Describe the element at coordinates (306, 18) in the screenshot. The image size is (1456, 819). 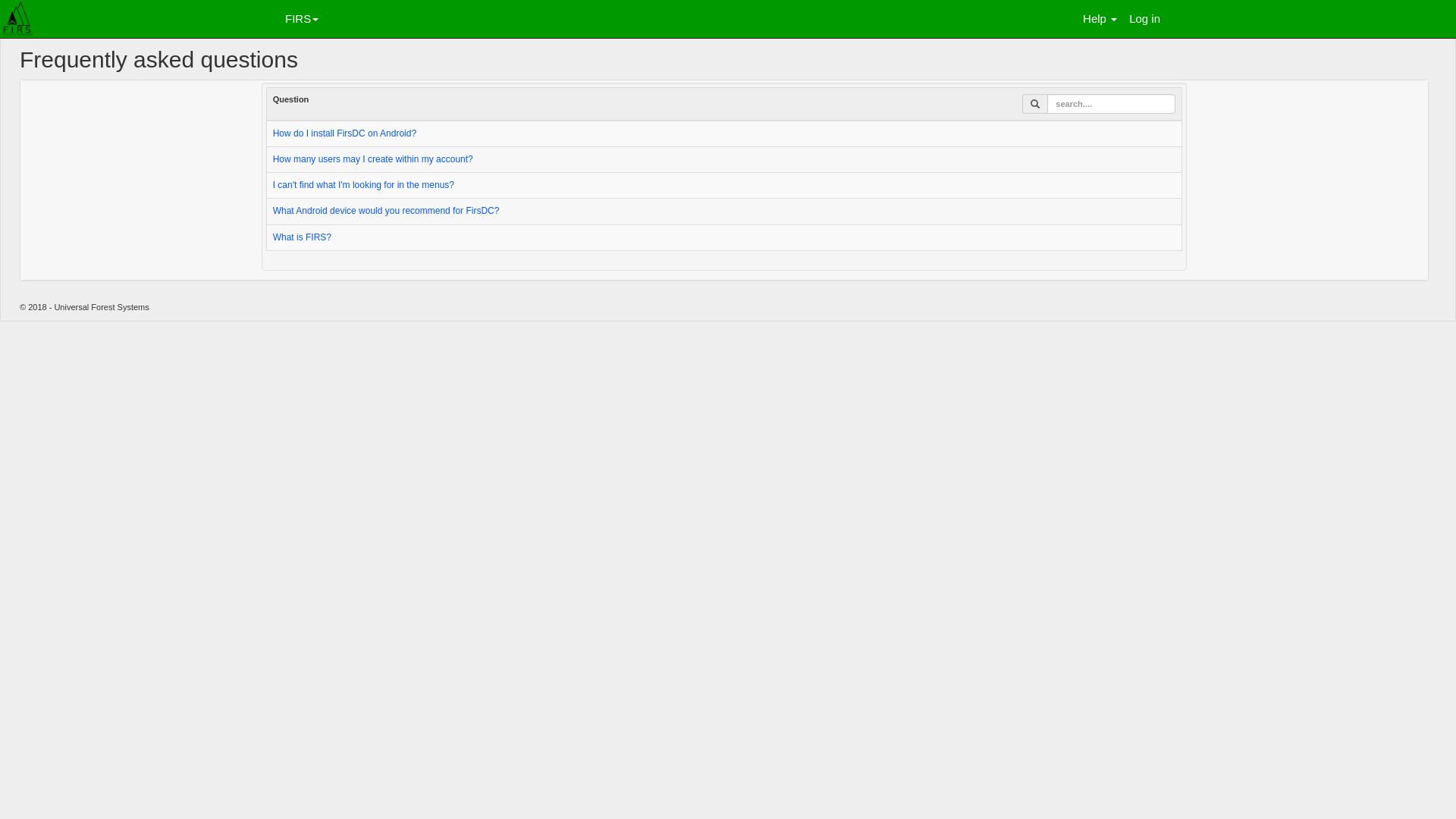
I see `'FIRS'` at that location.